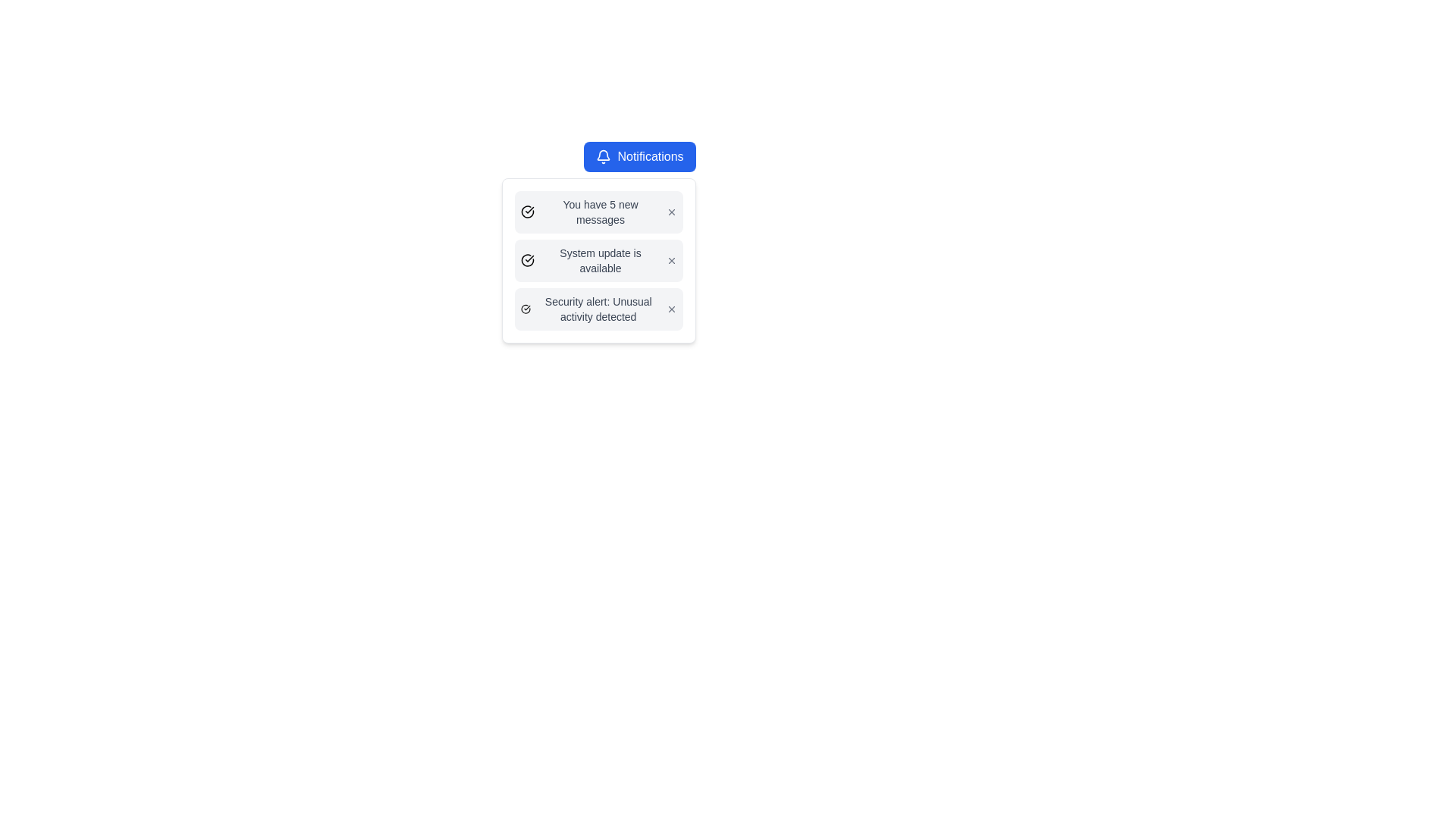 The height and width of the screenshot is (819, 1456). What do you see at coordinates (670, 259) in the screenshot?
I see `the dismiss button of the second notification titled 'System update is available'` at bounding box center [670, 259].